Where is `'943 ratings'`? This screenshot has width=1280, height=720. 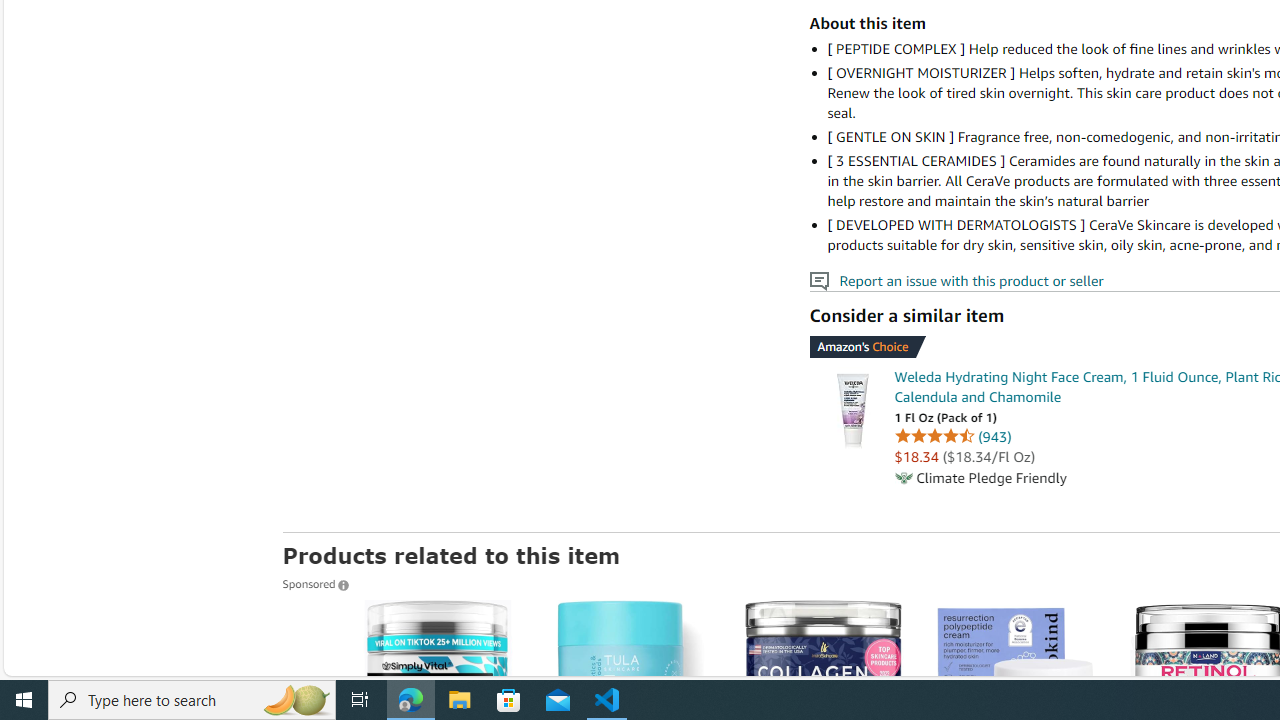 '943 ratings' is located at coordinates (995, 435).